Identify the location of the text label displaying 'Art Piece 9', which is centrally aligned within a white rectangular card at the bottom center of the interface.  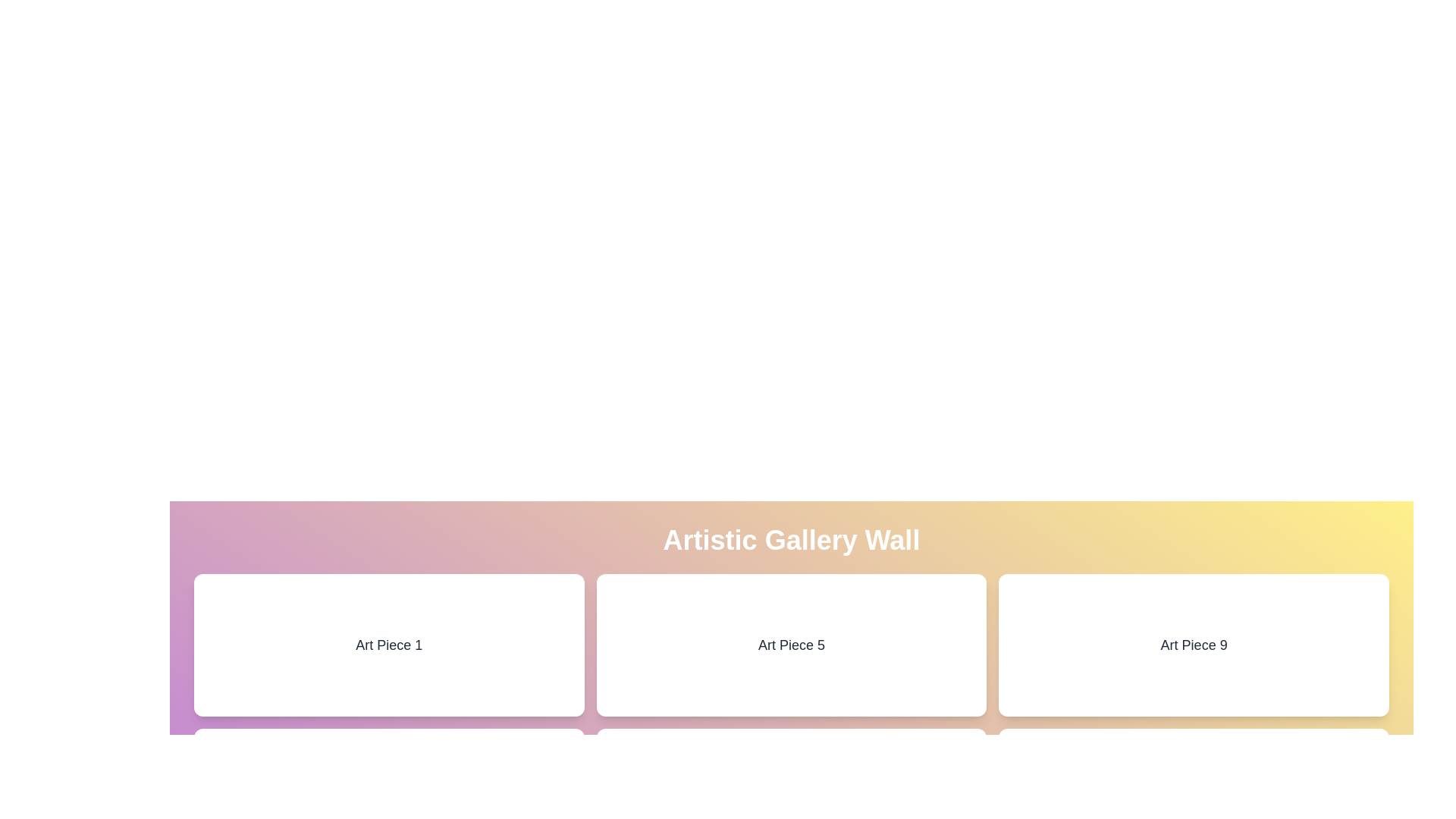
(1193, 645).